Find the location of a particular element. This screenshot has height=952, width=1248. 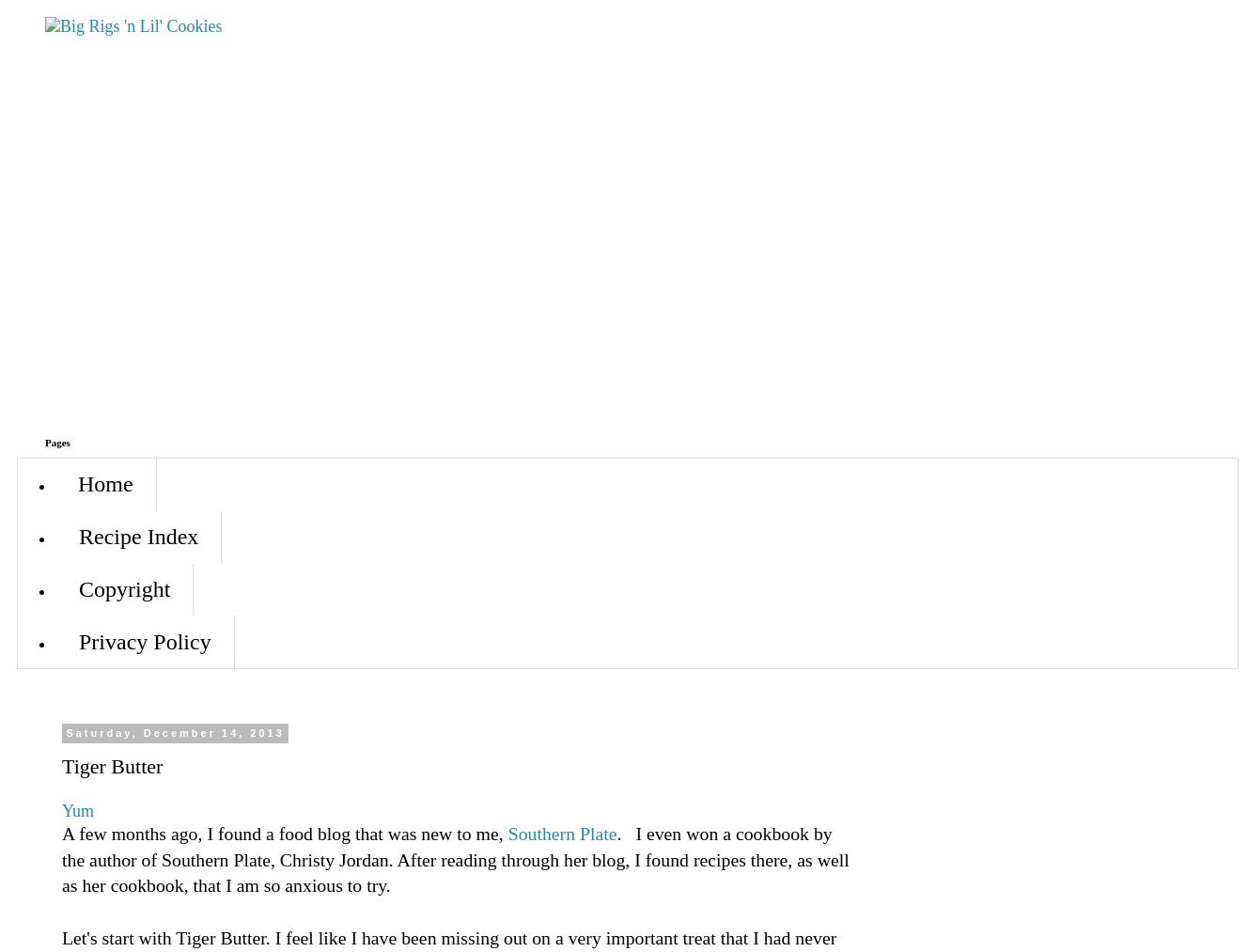

'A few months ago, I found a food blog that was new to me,' is located at coordinates (285, 832).